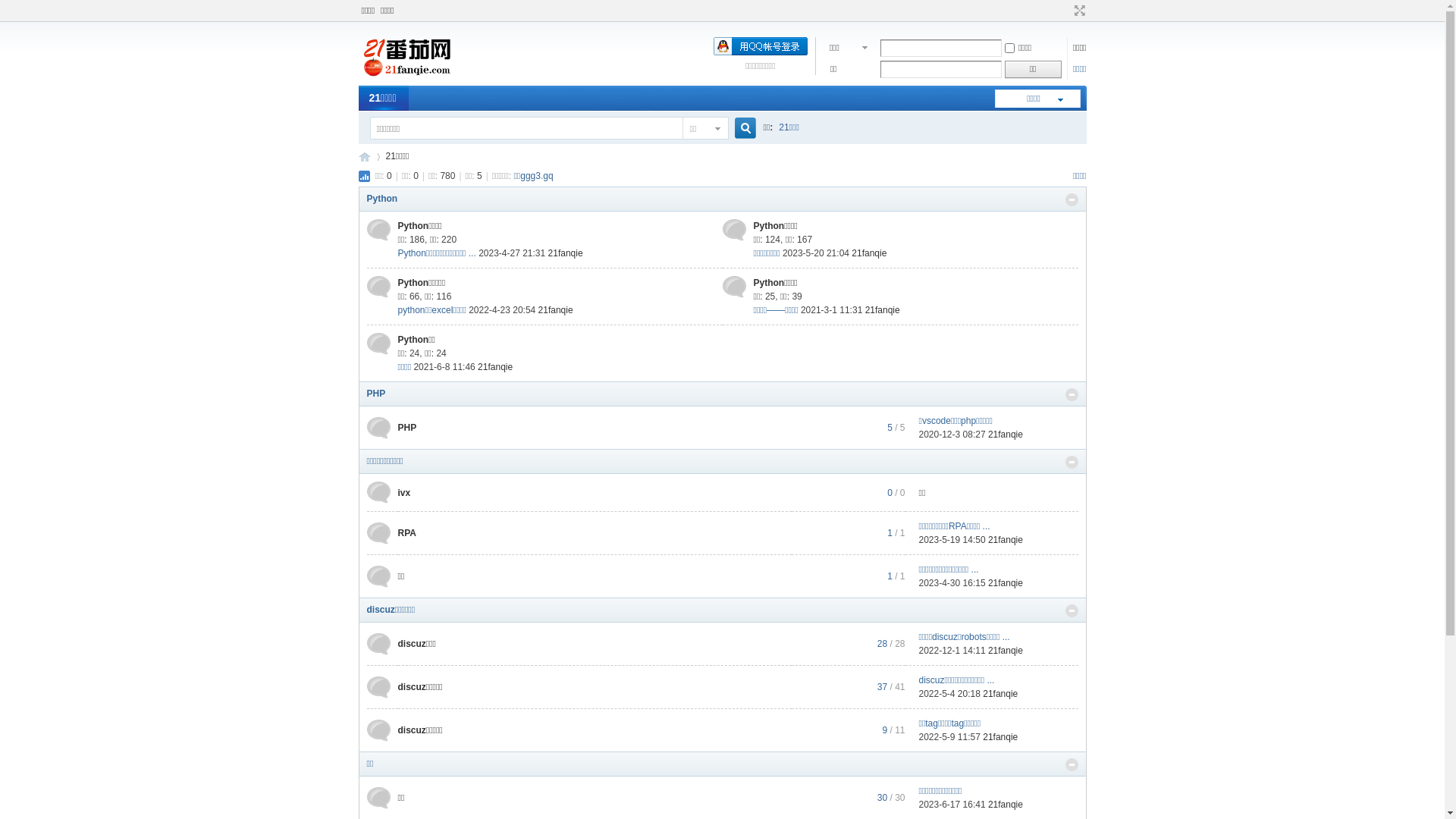  Describe the element at coordinates (564, 253) in the screenshot. I see `'21fanqie'` at that location.